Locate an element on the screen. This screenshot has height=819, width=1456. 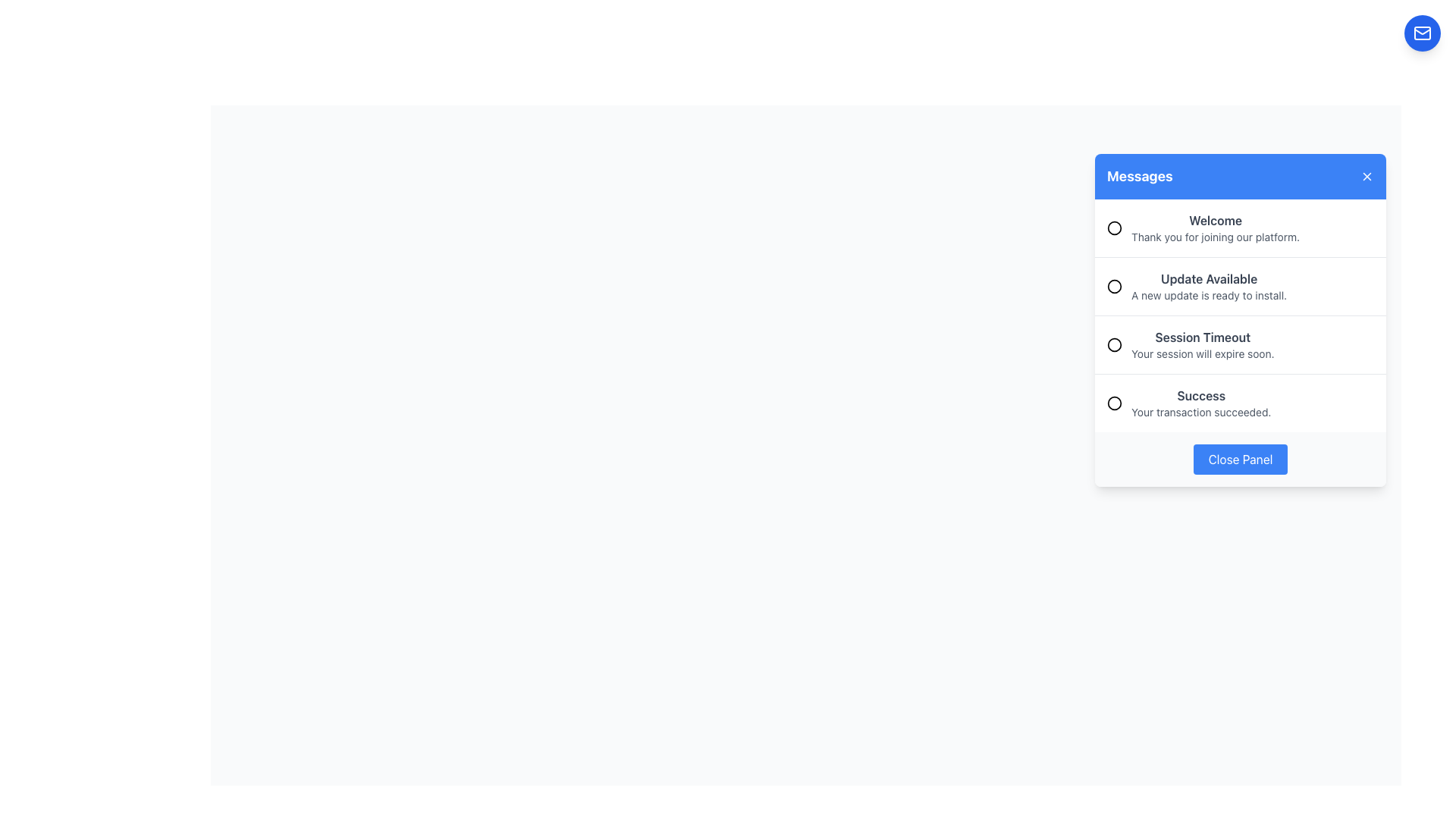
the diagonal line forming part of the 'X' icon in the small red button located at the top-right of the blue header bar labeled 'Messages' is located at coordinates (1367, 175).